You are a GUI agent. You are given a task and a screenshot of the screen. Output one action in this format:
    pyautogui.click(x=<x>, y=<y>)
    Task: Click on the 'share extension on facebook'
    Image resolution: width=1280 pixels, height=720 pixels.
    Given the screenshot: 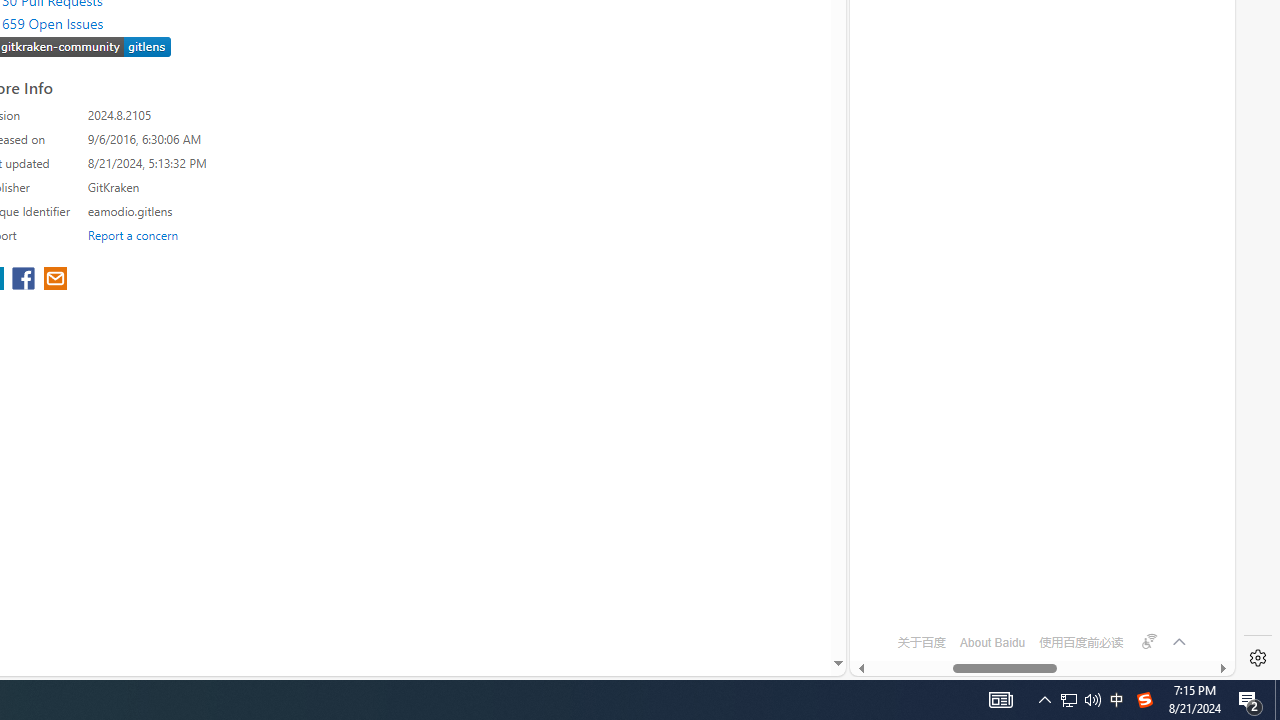 What is the action you would take?
    pyautogui.click(x=26, y=280)
    